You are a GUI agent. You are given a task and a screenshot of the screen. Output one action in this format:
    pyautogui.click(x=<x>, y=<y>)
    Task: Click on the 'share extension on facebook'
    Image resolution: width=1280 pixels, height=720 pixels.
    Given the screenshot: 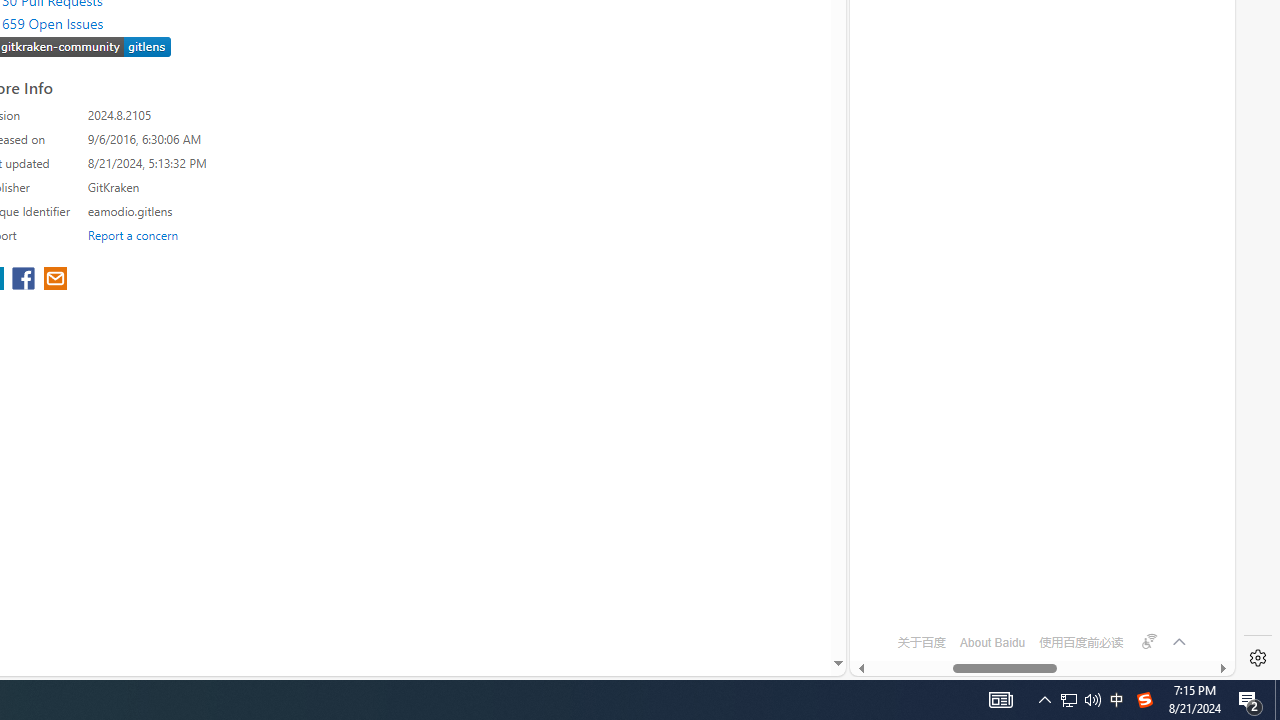 What is the action you would take?
    pyautogui.click(x=26, y=280)
    